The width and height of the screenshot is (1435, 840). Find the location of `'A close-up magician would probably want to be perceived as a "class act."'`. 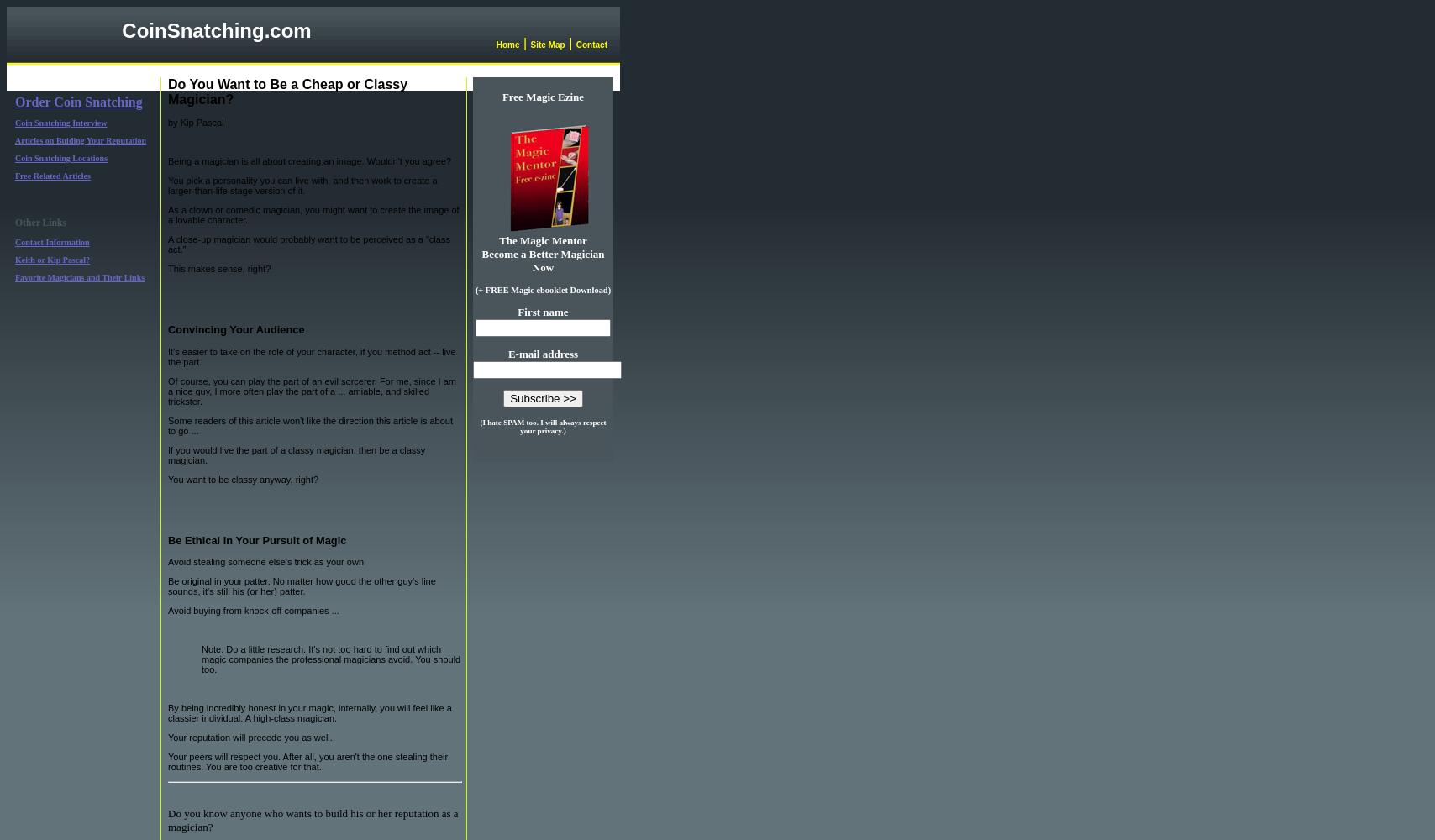

'A close-up magician would probably want to be perceived as a "class act."' is located at coordinates (308, 244).